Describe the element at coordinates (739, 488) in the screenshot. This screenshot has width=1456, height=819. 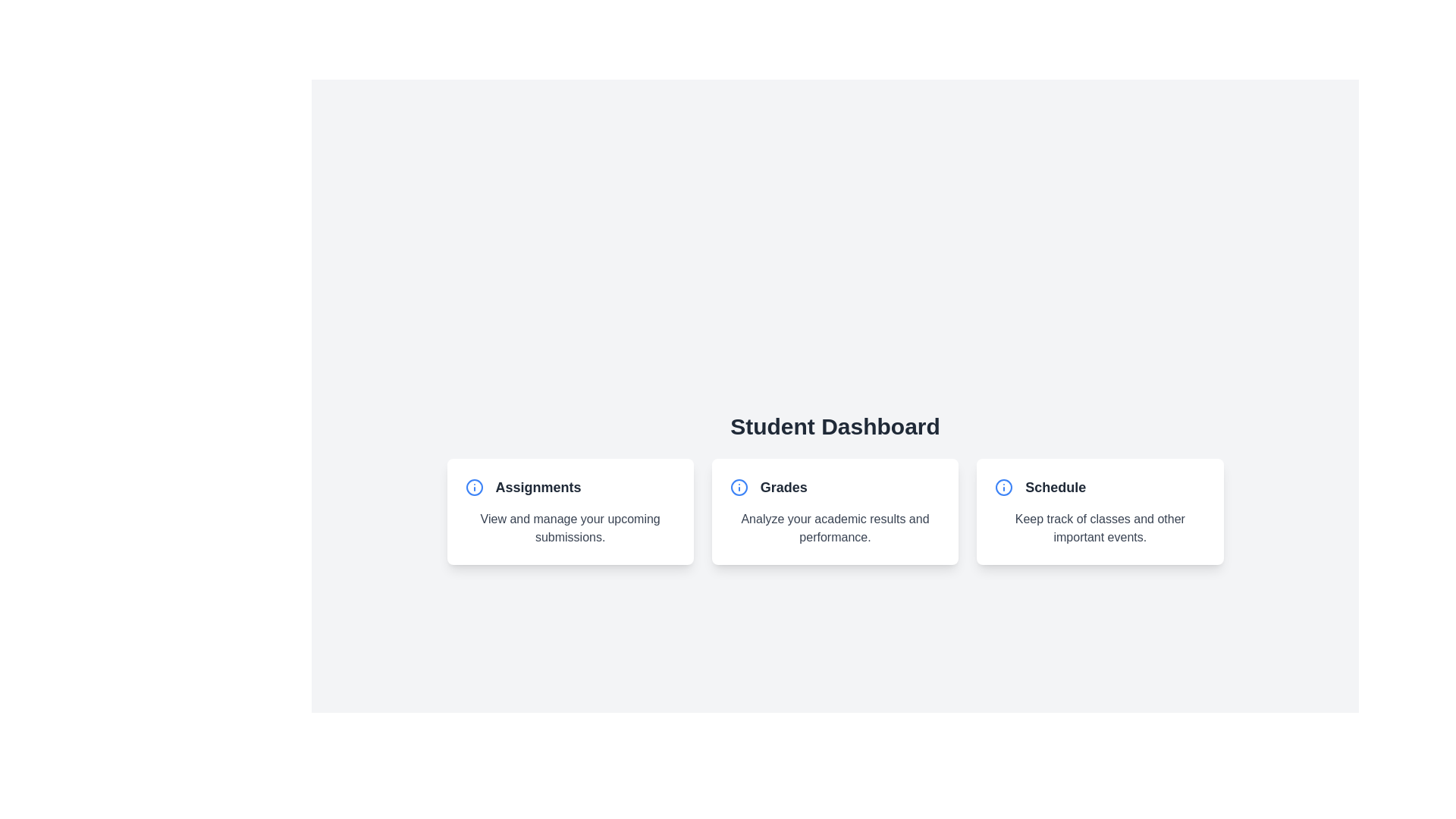
I see `the decorative icon located in the 'Grades' section of the dashboard, adjacent to the bold text 'Grades'` at that location.